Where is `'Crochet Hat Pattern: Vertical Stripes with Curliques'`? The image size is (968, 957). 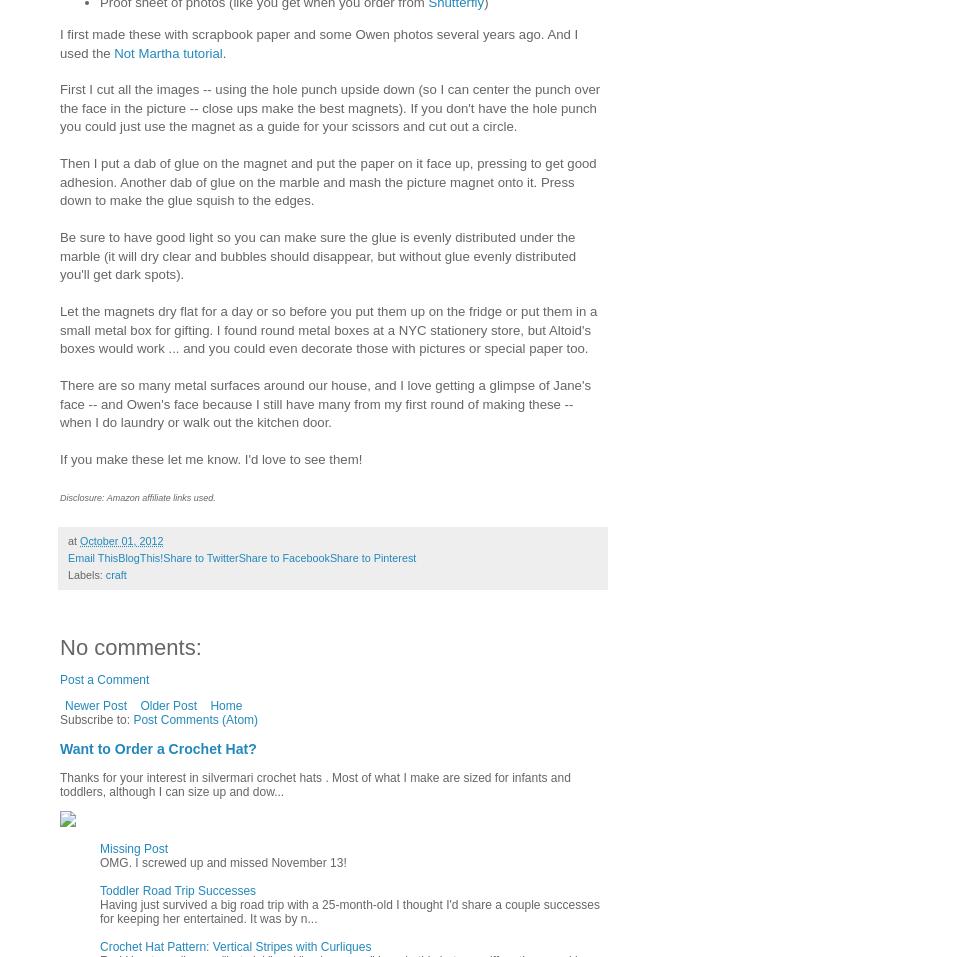
'Crochet Hat Pattern: Vertical Stripes with Curliques' is located at coordinates (234, 947).